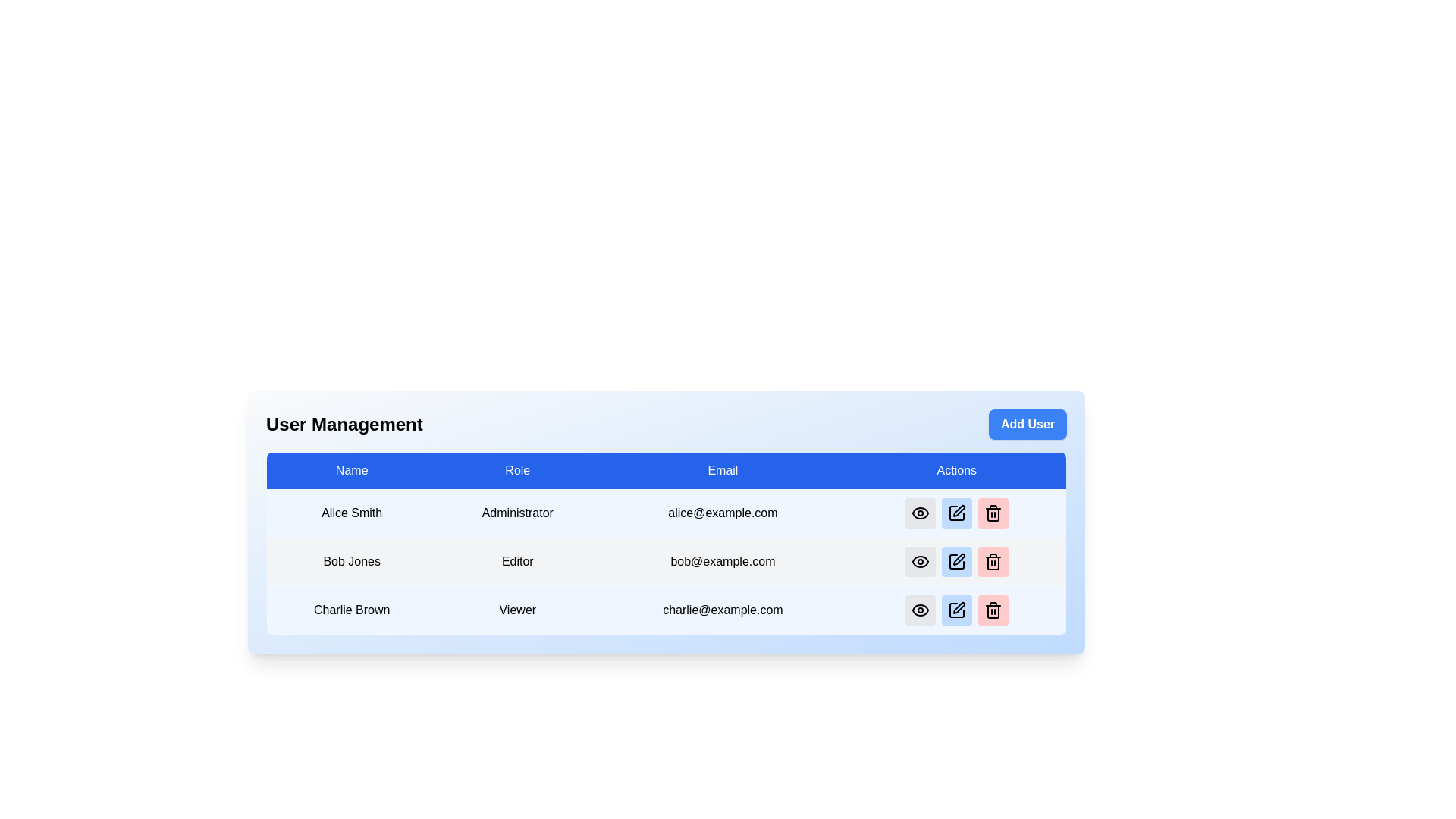  Describe the element at coordinates (958, 559) in the screenshot. I see `the edit icon (pen-like icon) in the Actions column for user 'Bob Jones' to initiate an edit action` at that location.